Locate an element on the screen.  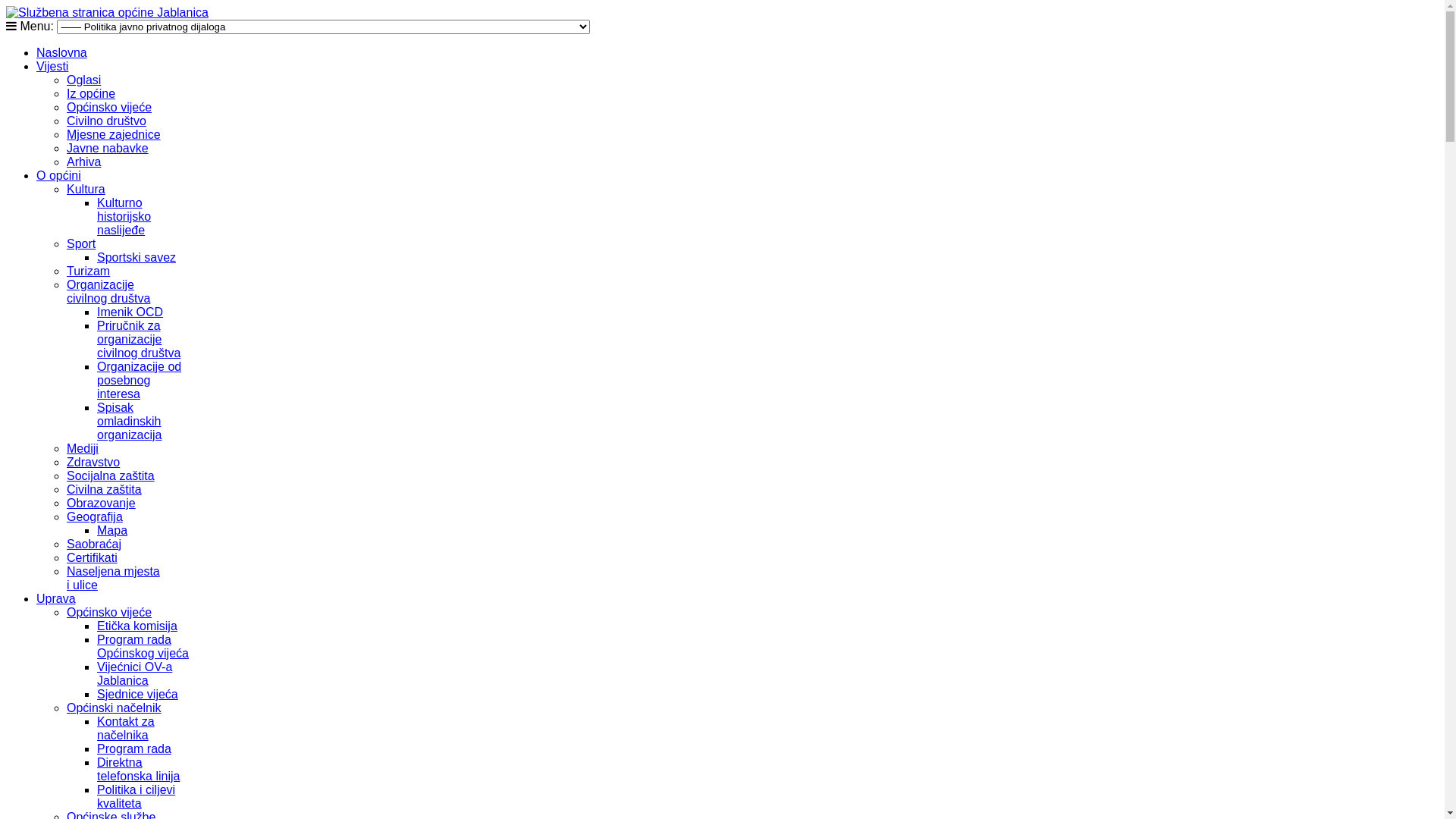
'Mjesne zajednice' is located at coordinates (112, 133).